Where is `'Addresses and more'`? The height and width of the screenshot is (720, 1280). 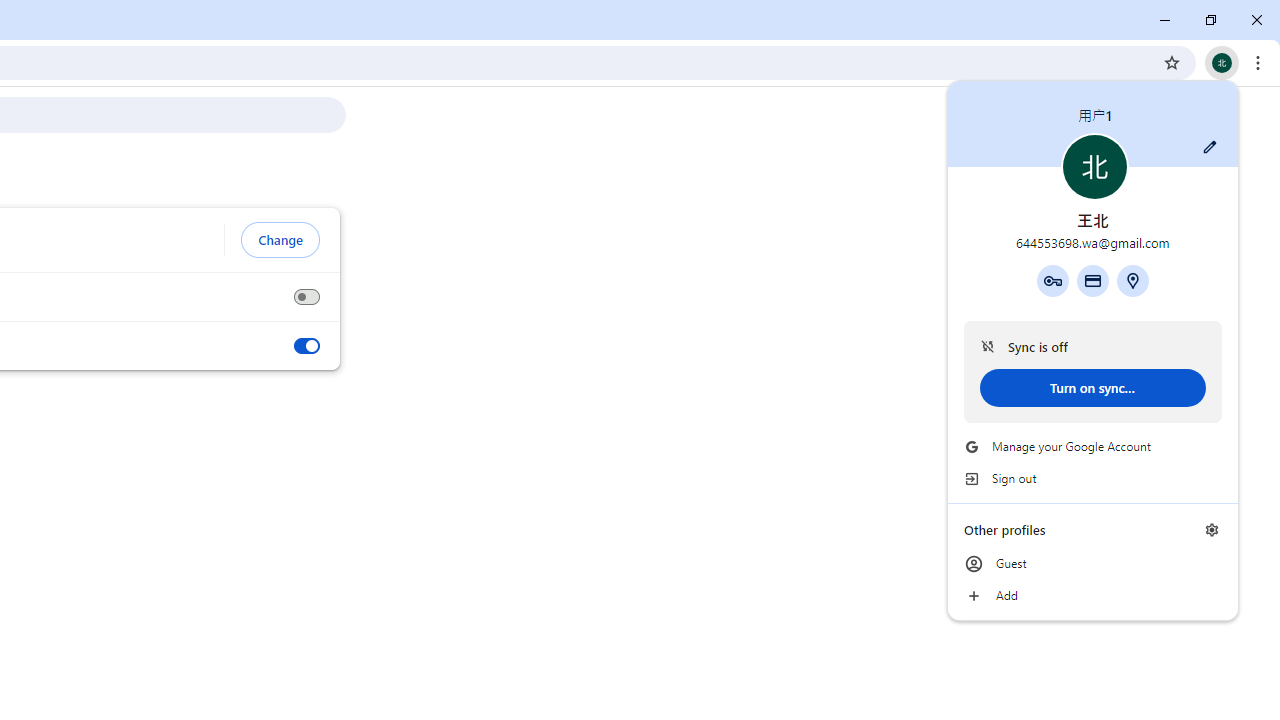 'Addresses and more' is located at coordinates (1133, 280).